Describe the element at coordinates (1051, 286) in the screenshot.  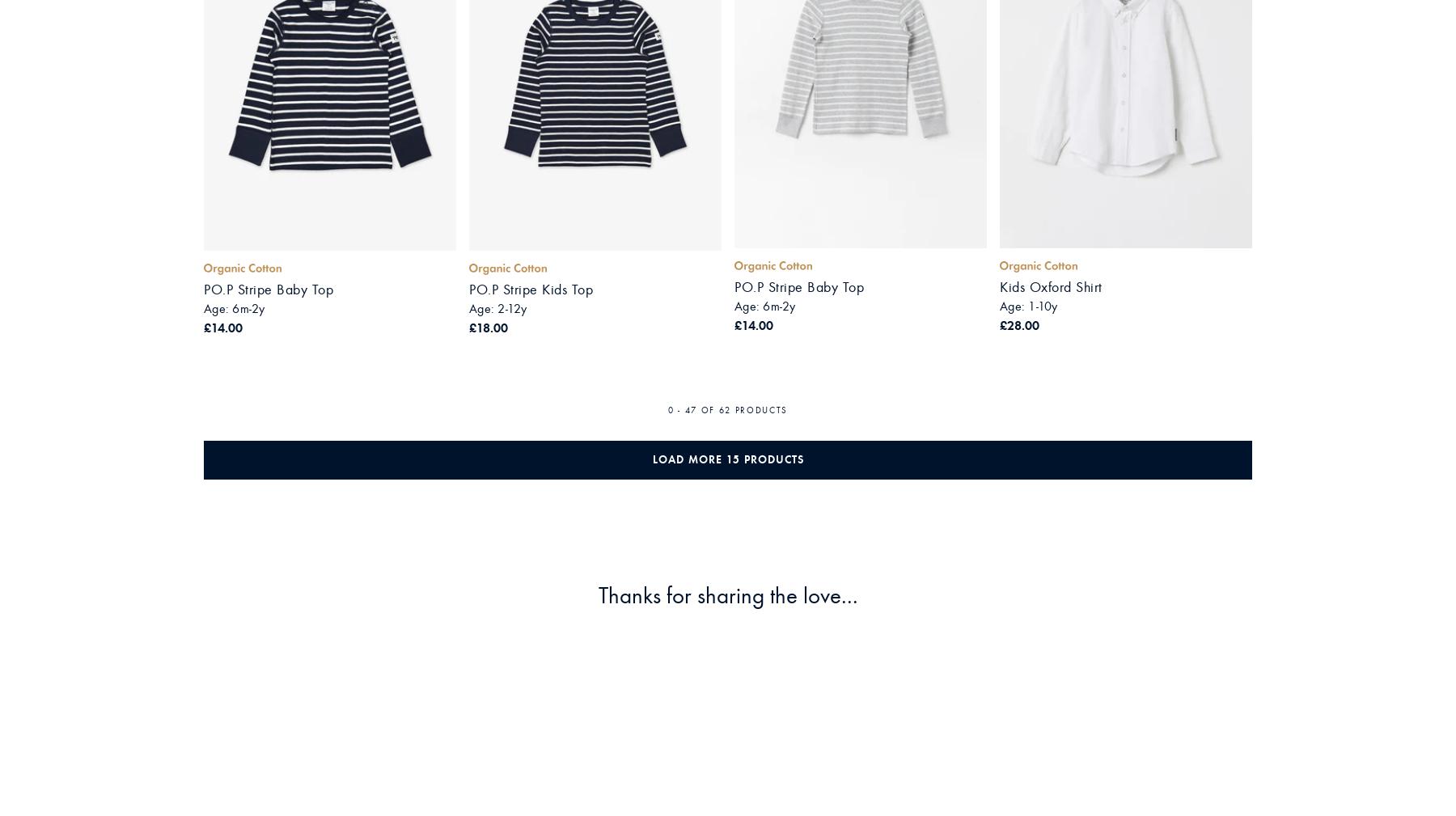
I see `'Kids Oxford Shirt'` at that location.